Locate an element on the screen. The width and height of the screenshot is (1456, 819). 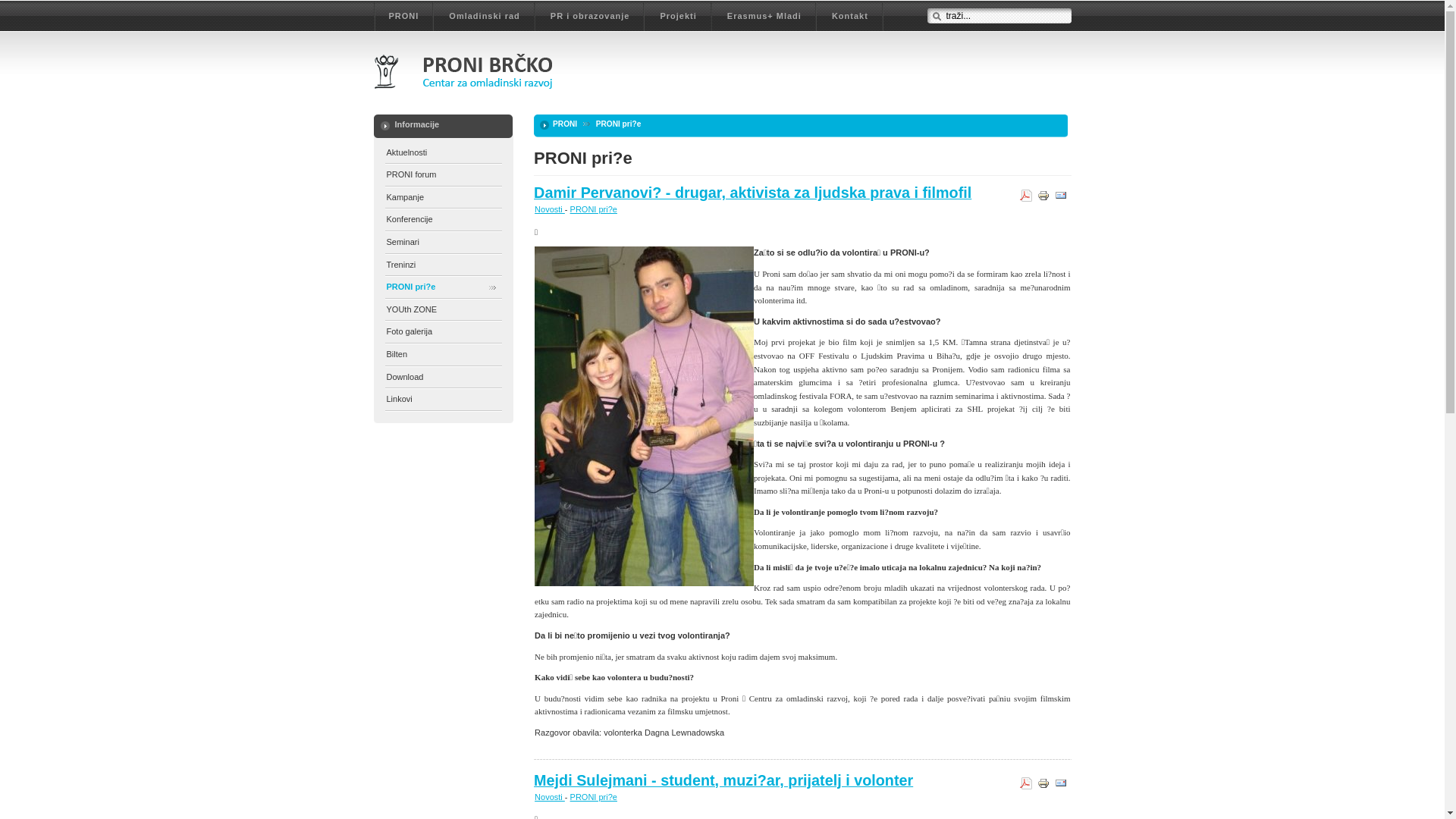
'Download' is located at coordinates (443, 377).